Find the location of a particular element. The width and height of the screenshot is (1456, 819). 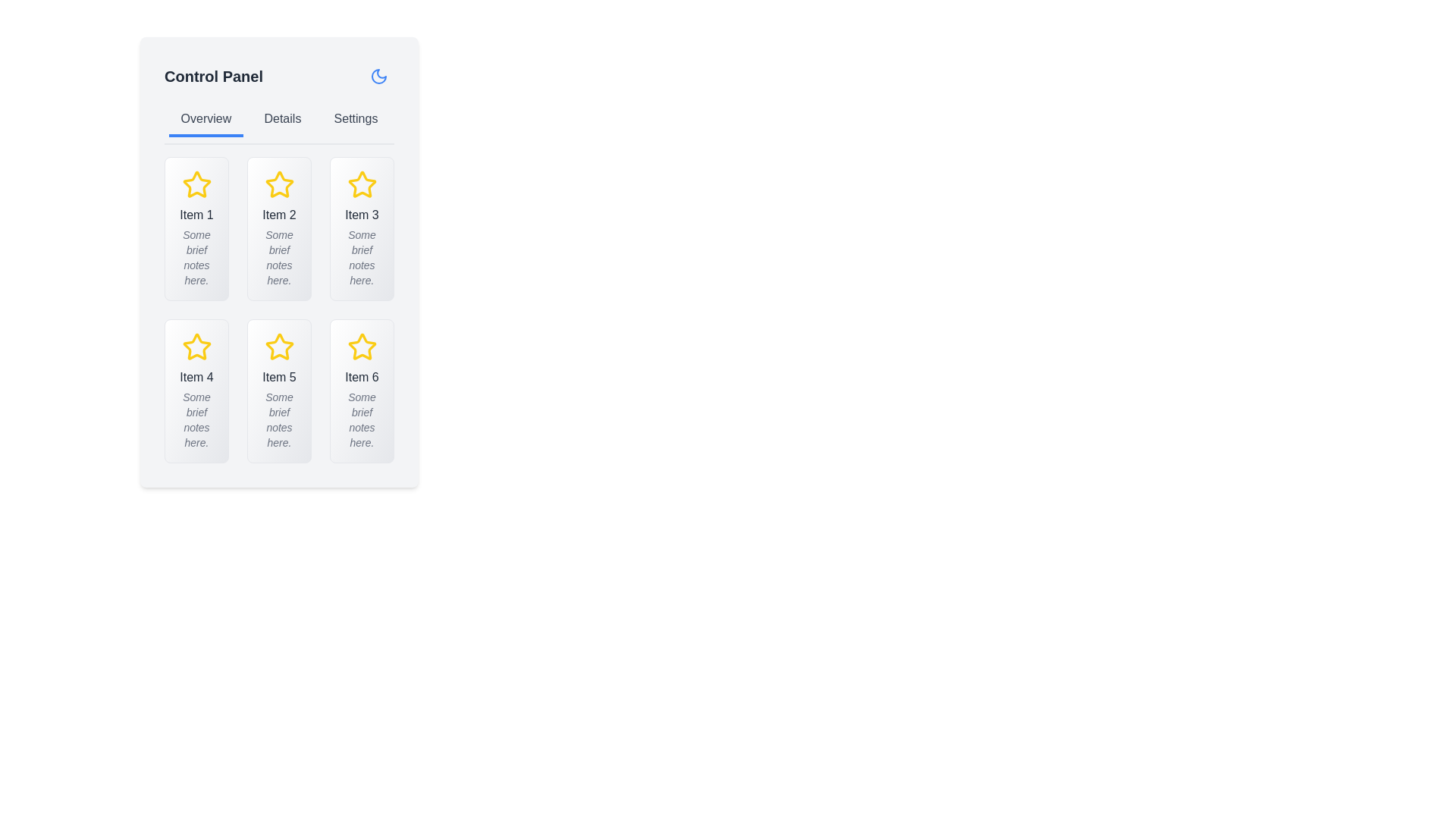

the card that displays an item with its title and brief description, located in the second column of the second row of the grid is located at coordinates (279, 391).